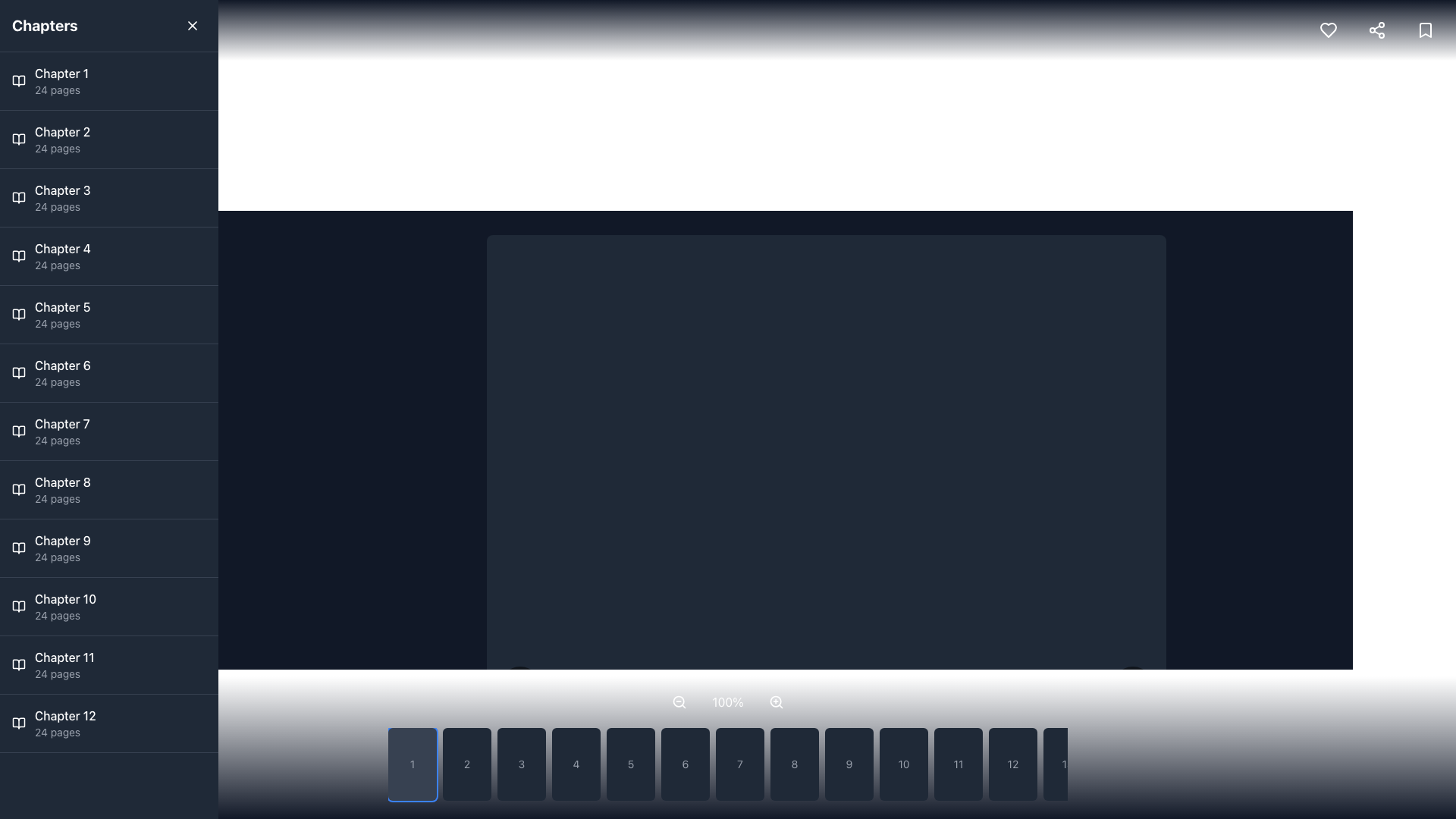  What do you see at coordinates (61, 424) in the screenshot?
I see `the 'Chapter 7' label, which is a white text on a dark blue background, located in the list between 'Chapter 6' and 'Chapter 8'` at bounding box center [61, 424].